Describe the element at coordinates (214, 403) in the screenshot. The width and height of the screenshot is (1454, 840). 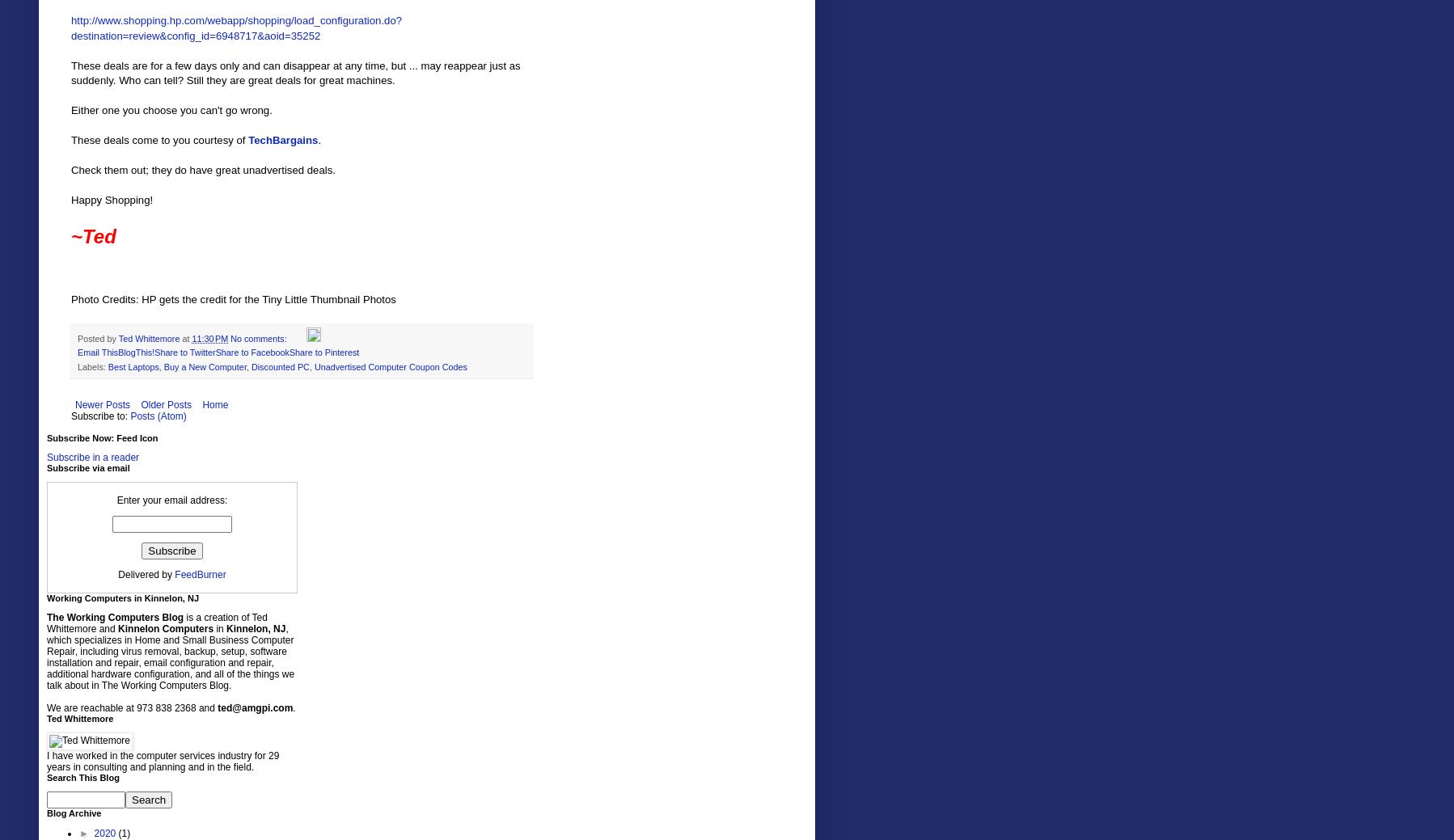
I see `'Home'` at that location.